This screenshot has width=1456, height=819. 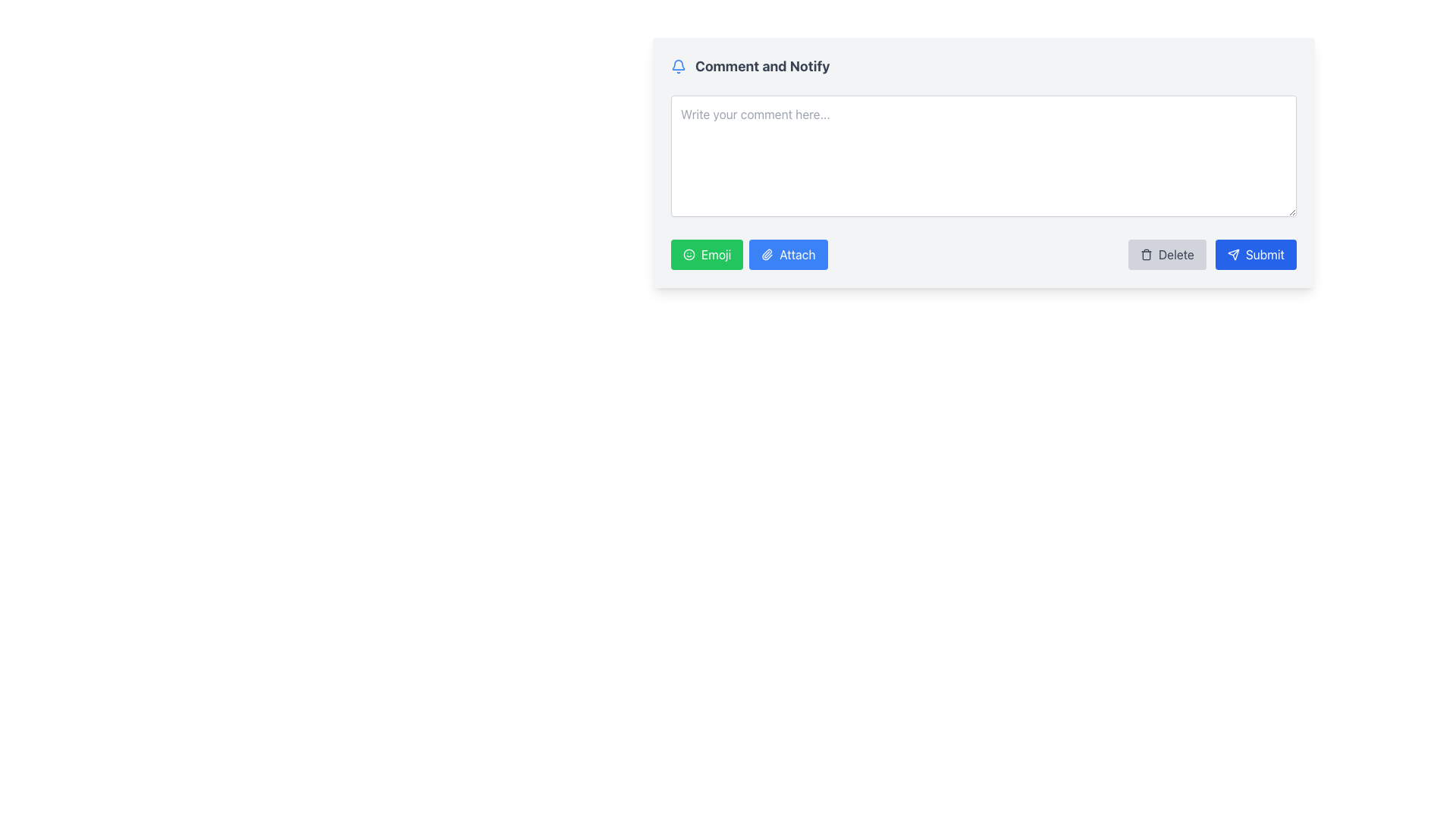 I want to click on the attach button located at the right end of the horizontal button group in the 'Comment and Notify' section, immediately to the right of the green 'Emoji' button, so click(x=788, y=253).